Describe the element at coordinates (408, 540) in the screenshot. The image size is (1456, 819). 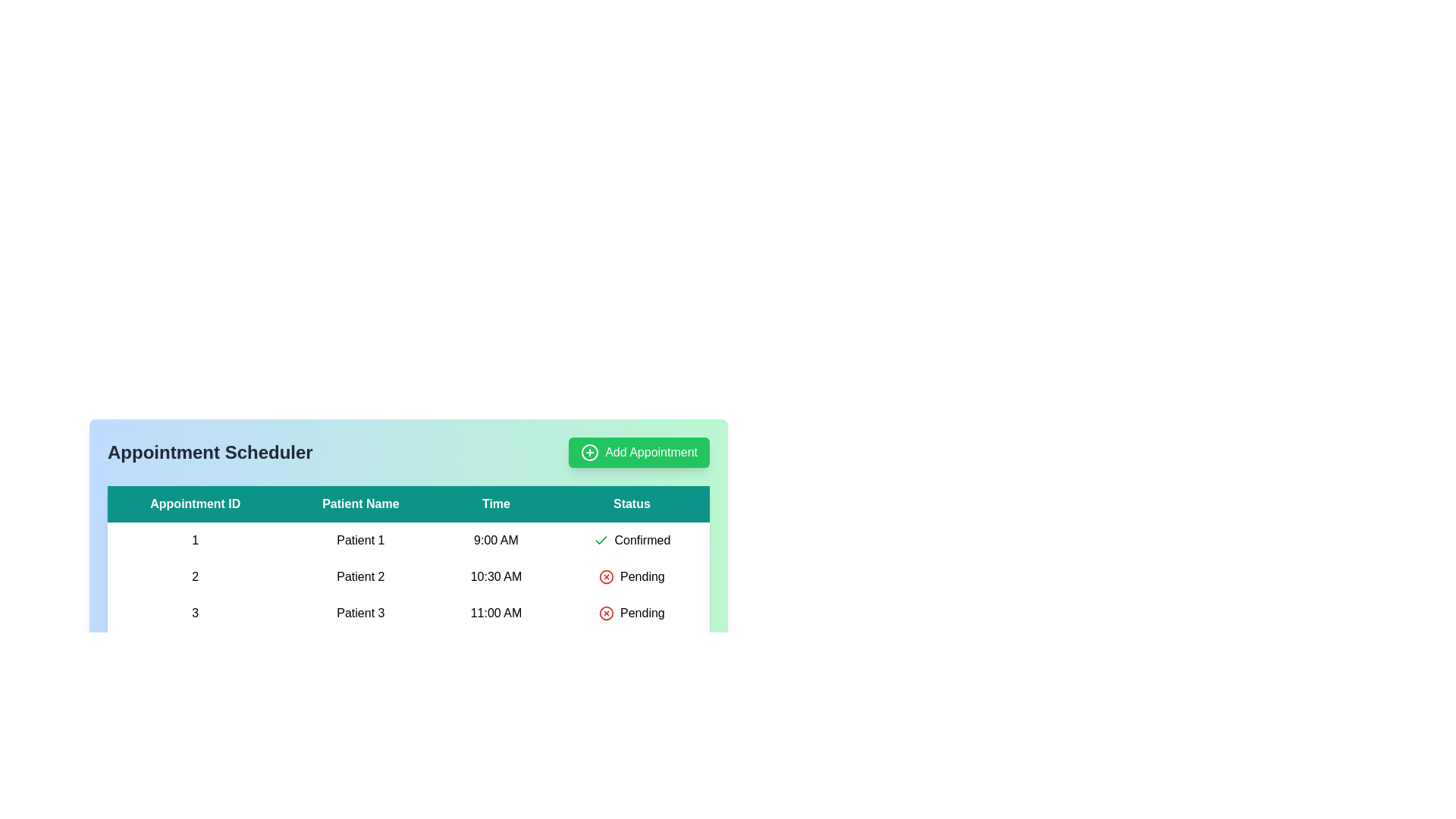
I see `the row corresponding to 1 to highlight it` at that location.